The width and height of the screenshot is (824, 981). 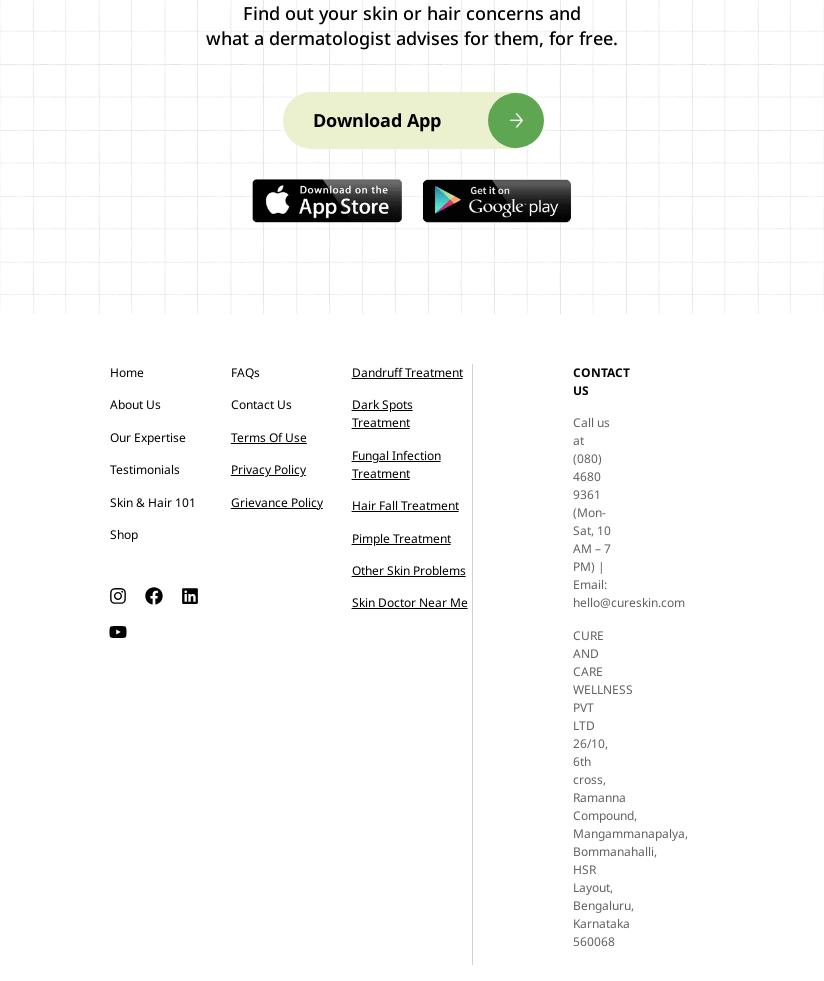 What do you see at coordinates (627, 512) in the screenshot?
I see `'Call us at (080) 4680 9361 (Mon-Sat, 10 AM – 7 PM) | Email: hello@cureskin.com'` at bounding box center [627, 512].